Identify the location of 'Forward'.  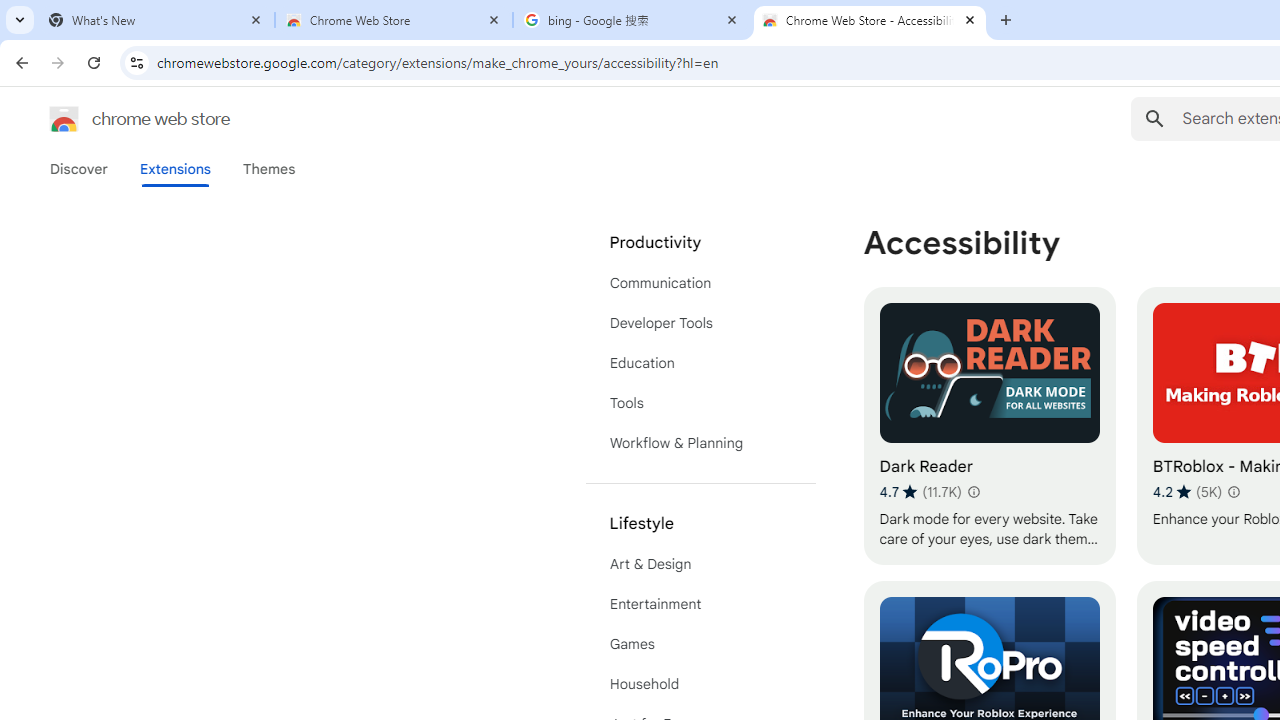
(58, 61).